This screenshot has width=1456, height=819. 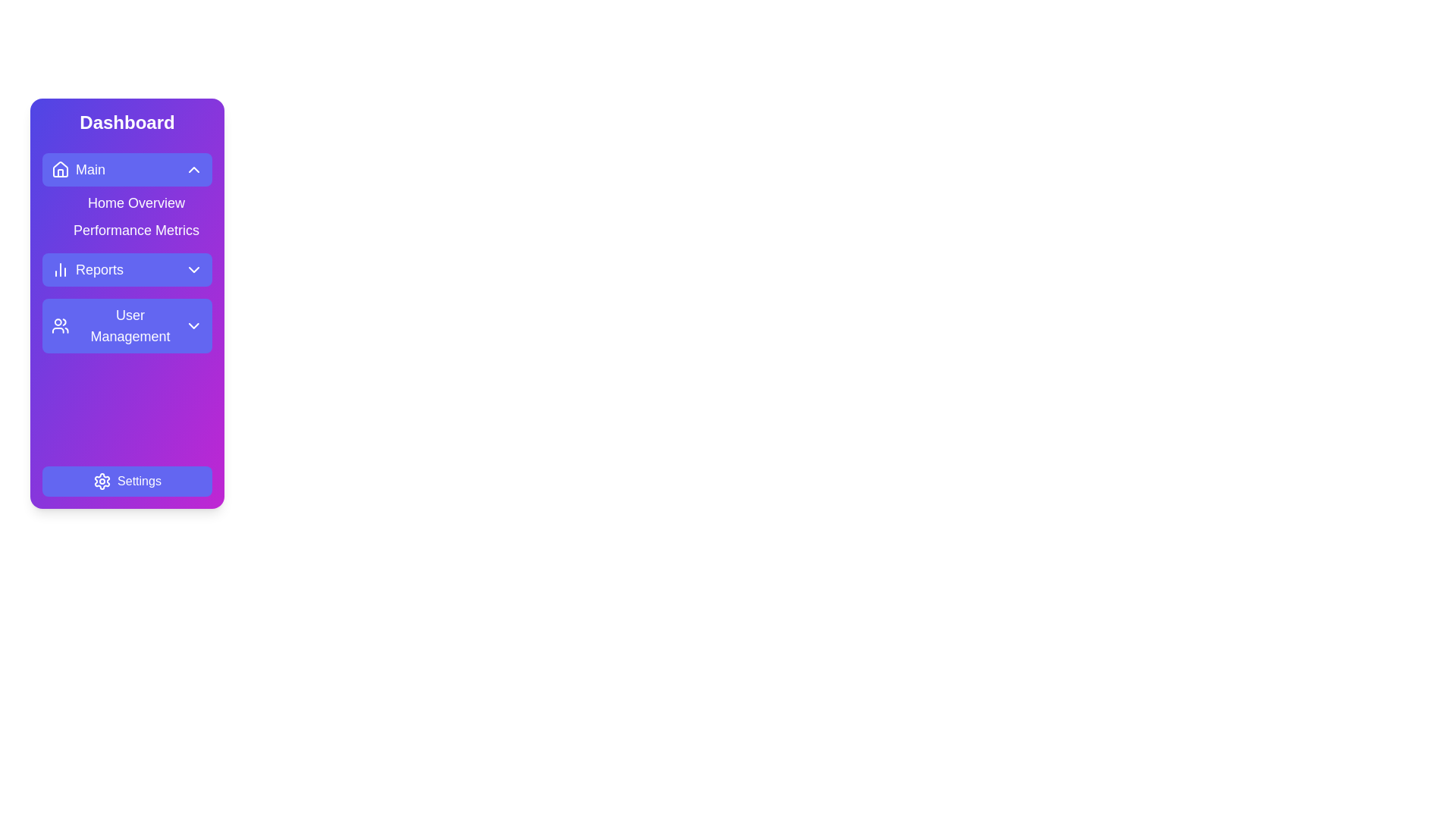 What do you see at coordinates (127, 122) in the screenshot?
I see `the 'Dashboard' static text label, which is a bold, large white font on a gradient purple background, located at the top of the vertical sidebar navigation panel` at bounding box center [127, 122].